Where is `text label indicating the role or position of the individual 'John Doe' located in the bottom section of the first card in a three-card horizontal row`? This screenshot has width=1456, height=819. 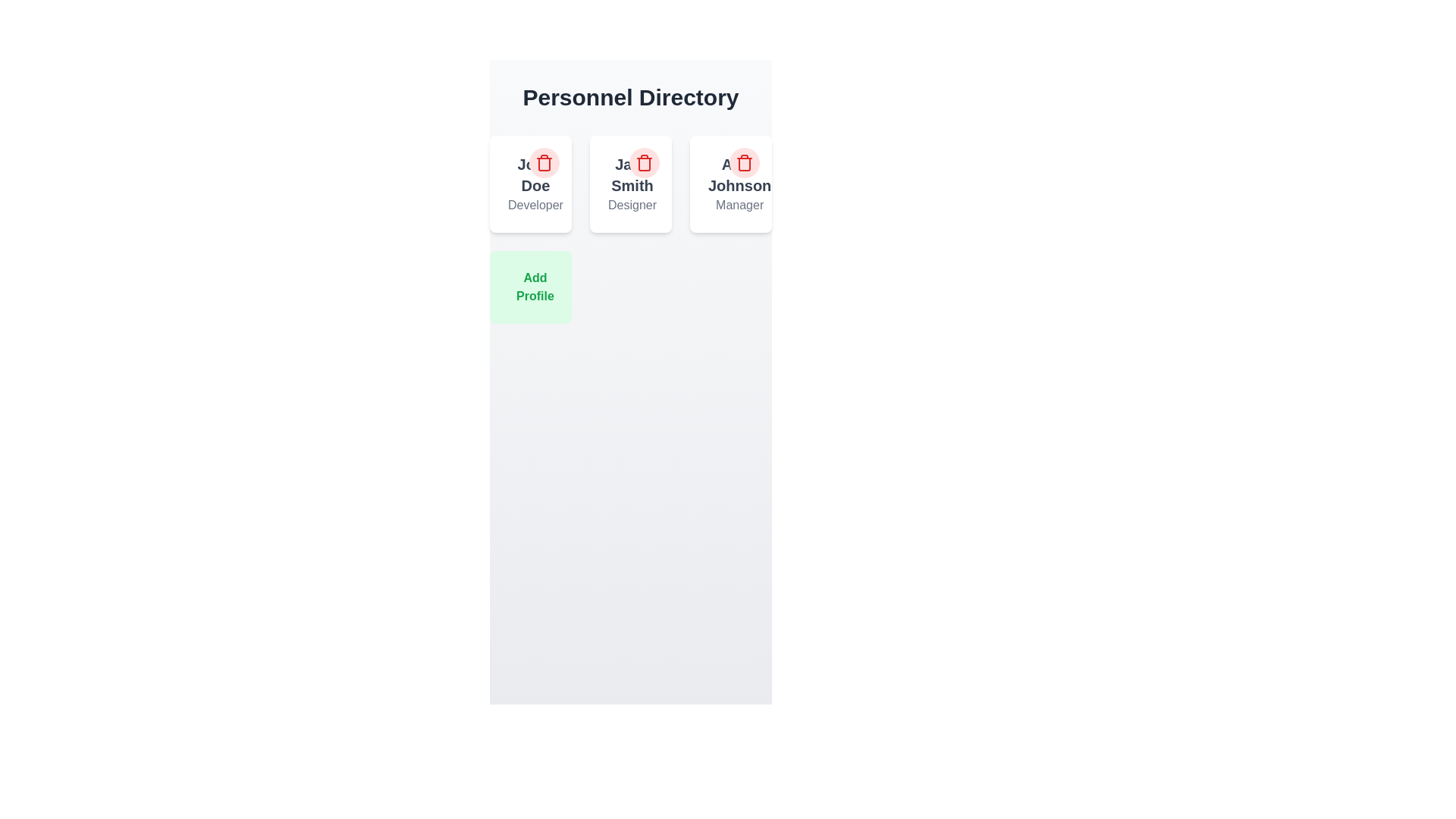
text label indicating the role or position of the individual 'John Doe' located in the bottom section of the first card in a three-card horizontal row is located at coordinates (535, 205).